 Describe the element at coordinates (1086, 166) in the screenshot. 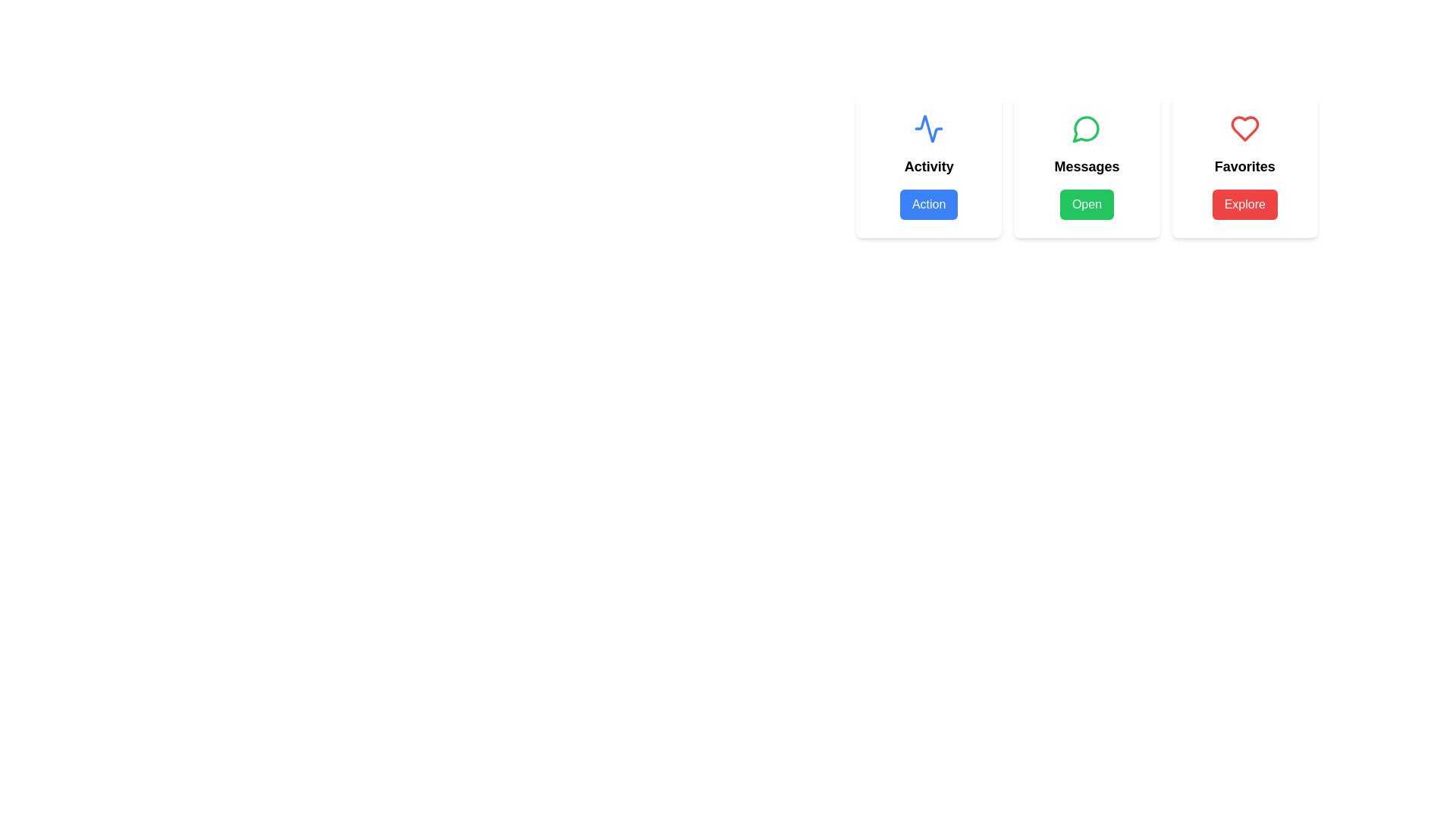

I see `the 'Messages' text label, which is centrally aligned below the chat bubble icon and above the 'Open' button in the second card of a horizontal layout` at that location.